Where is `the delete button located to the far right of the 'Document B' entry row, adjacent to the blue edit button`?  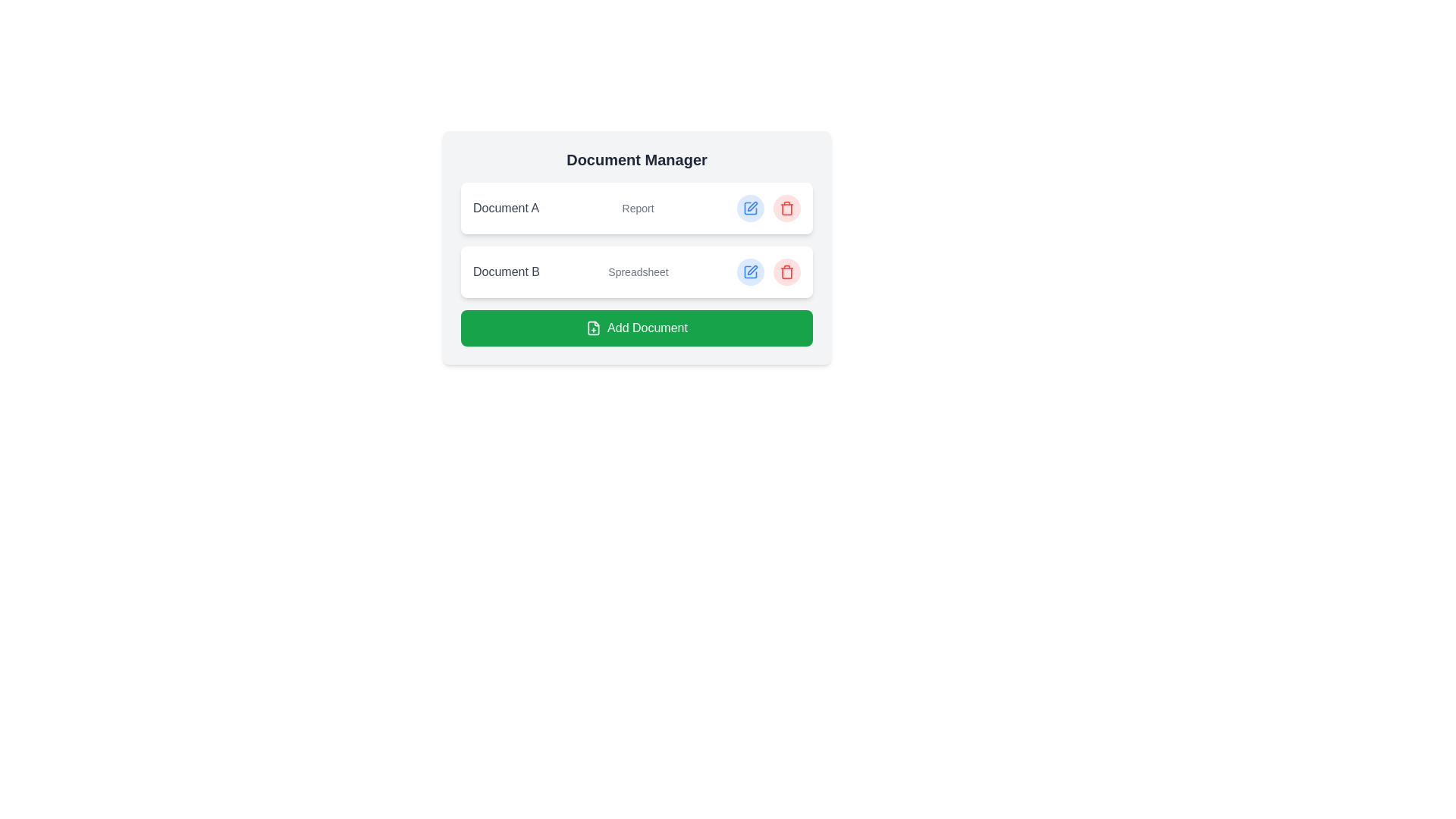
the delete button located to the far right of the 'Document B' entry row, adjacent to the blue edit button is located at coordinates (786, 271).